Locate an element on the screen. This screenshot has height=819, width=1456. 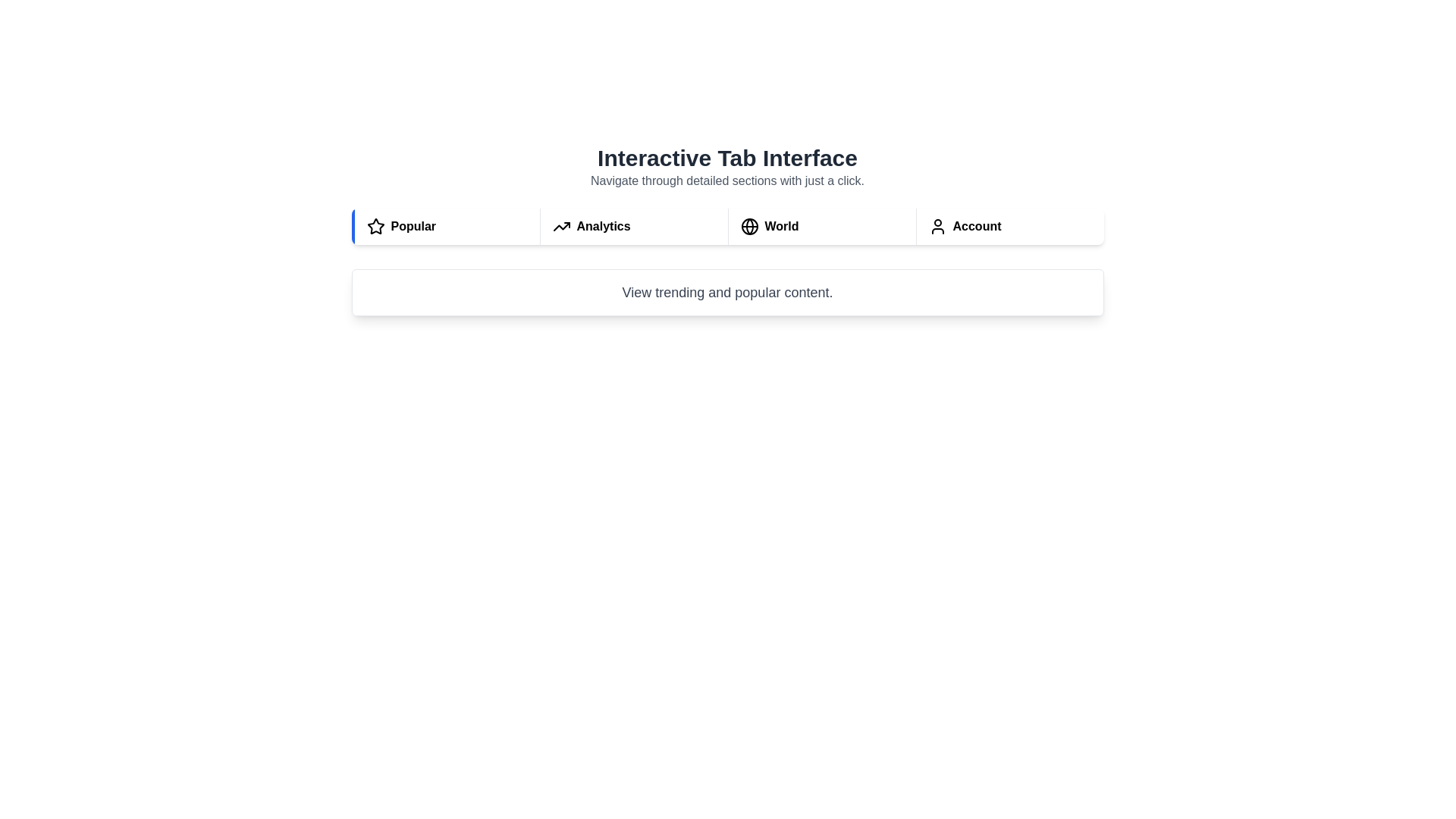
the description of the currently selected tab is located at coordinates (726, 292).